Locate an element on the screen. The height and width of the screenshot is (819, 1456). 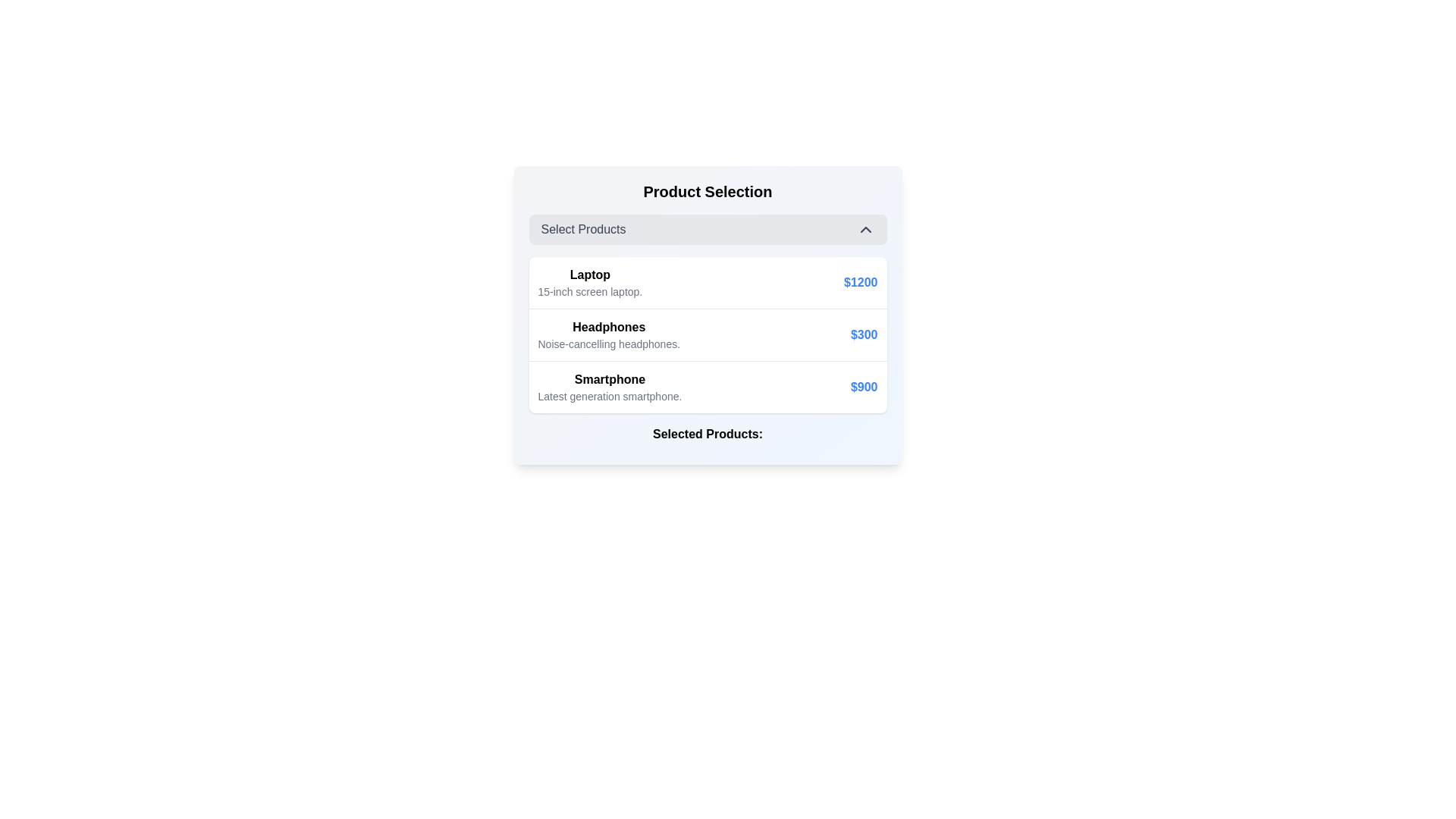
text label displaying the product name in the third product entry of the 'Product Selection' list, located above the descriptive text 'Latest generation smartphone.' is located at coordinates (610, 379).